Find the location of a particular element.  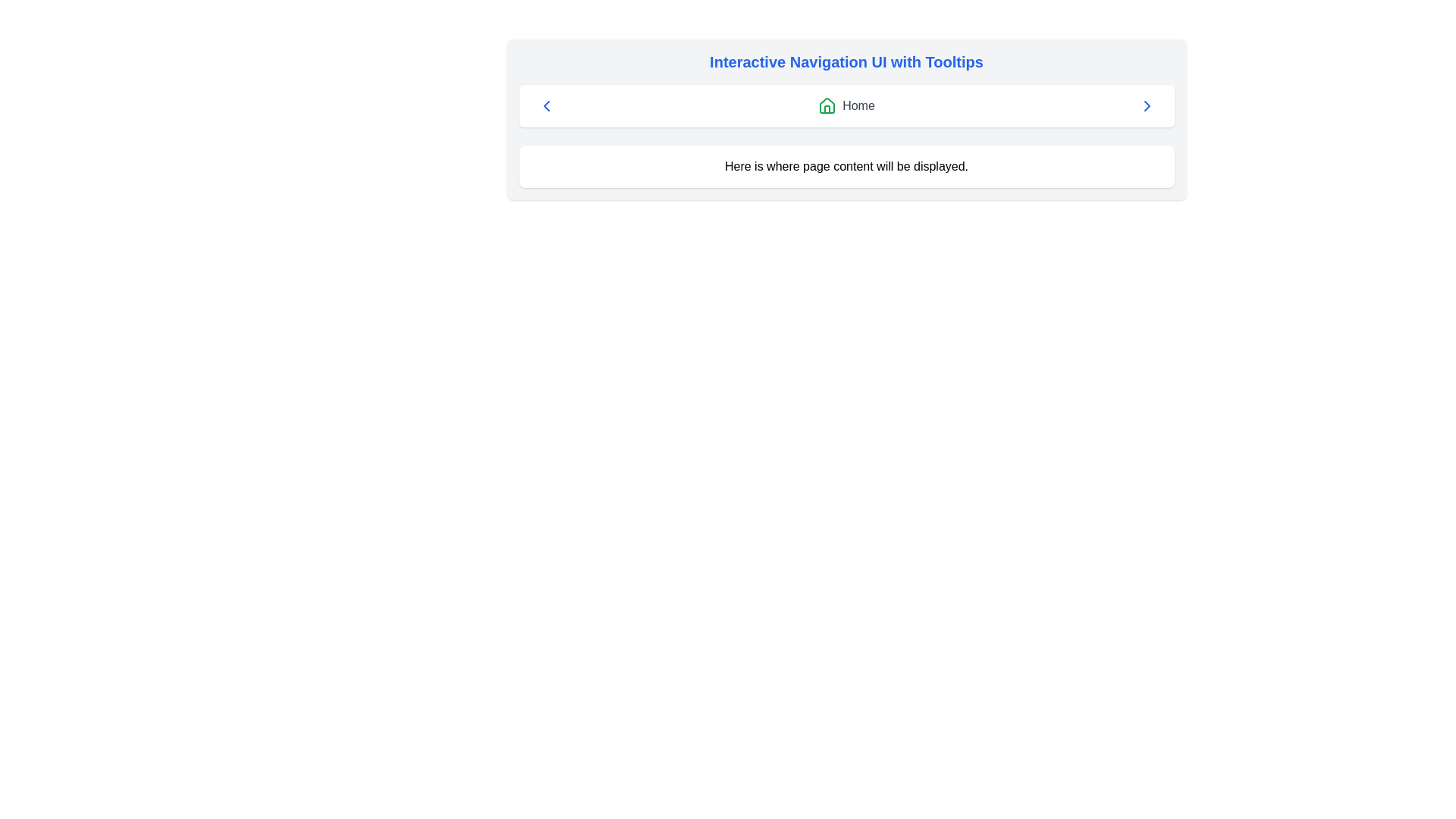

the blue chevron-left SVG icon within the 'Previous' button in the navigation bar at the top of the interface is located at coordinates (546, 105).